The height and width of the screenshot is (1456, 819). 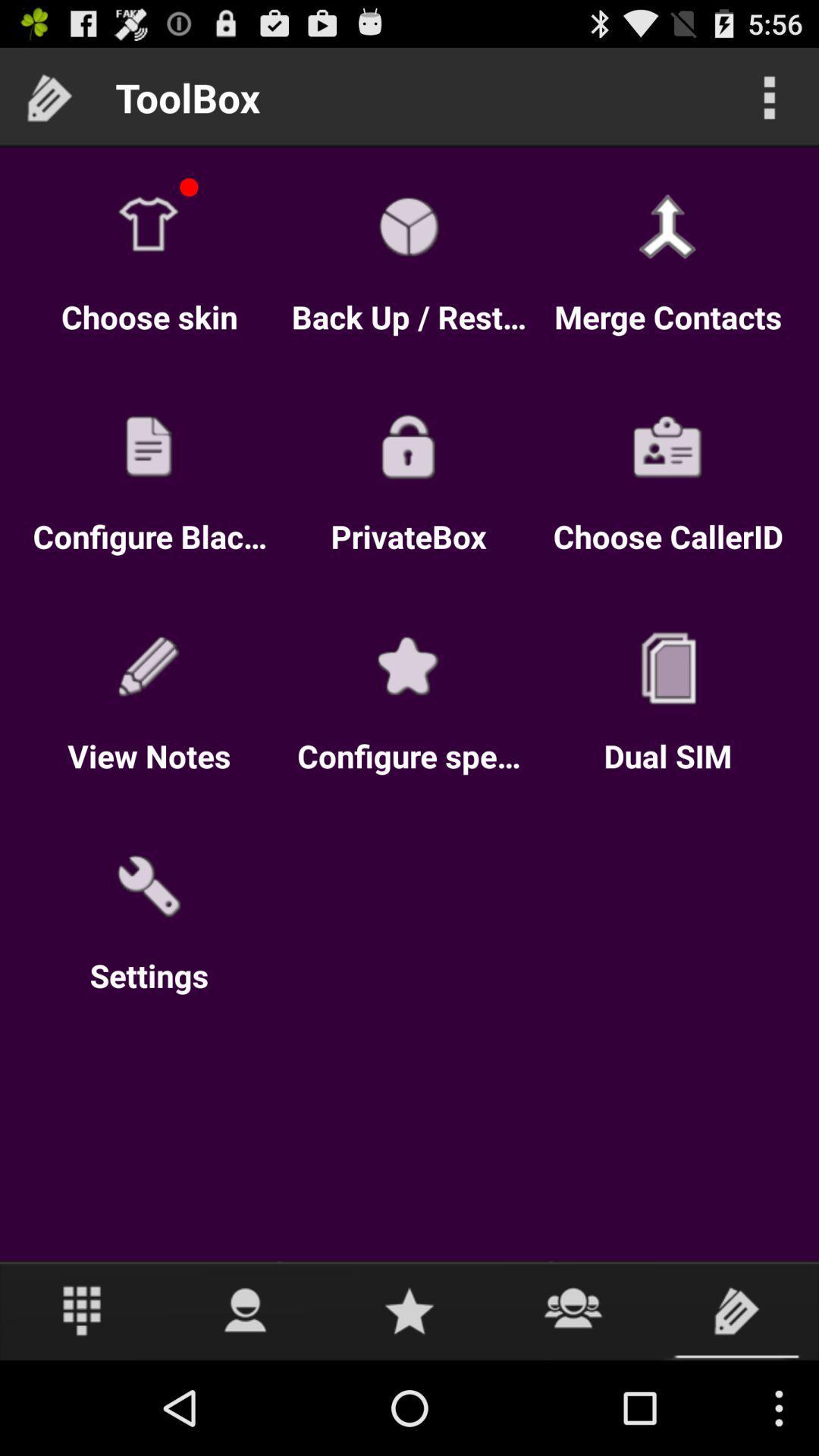 I want to click on your profile, so click(x=245, y=1310).